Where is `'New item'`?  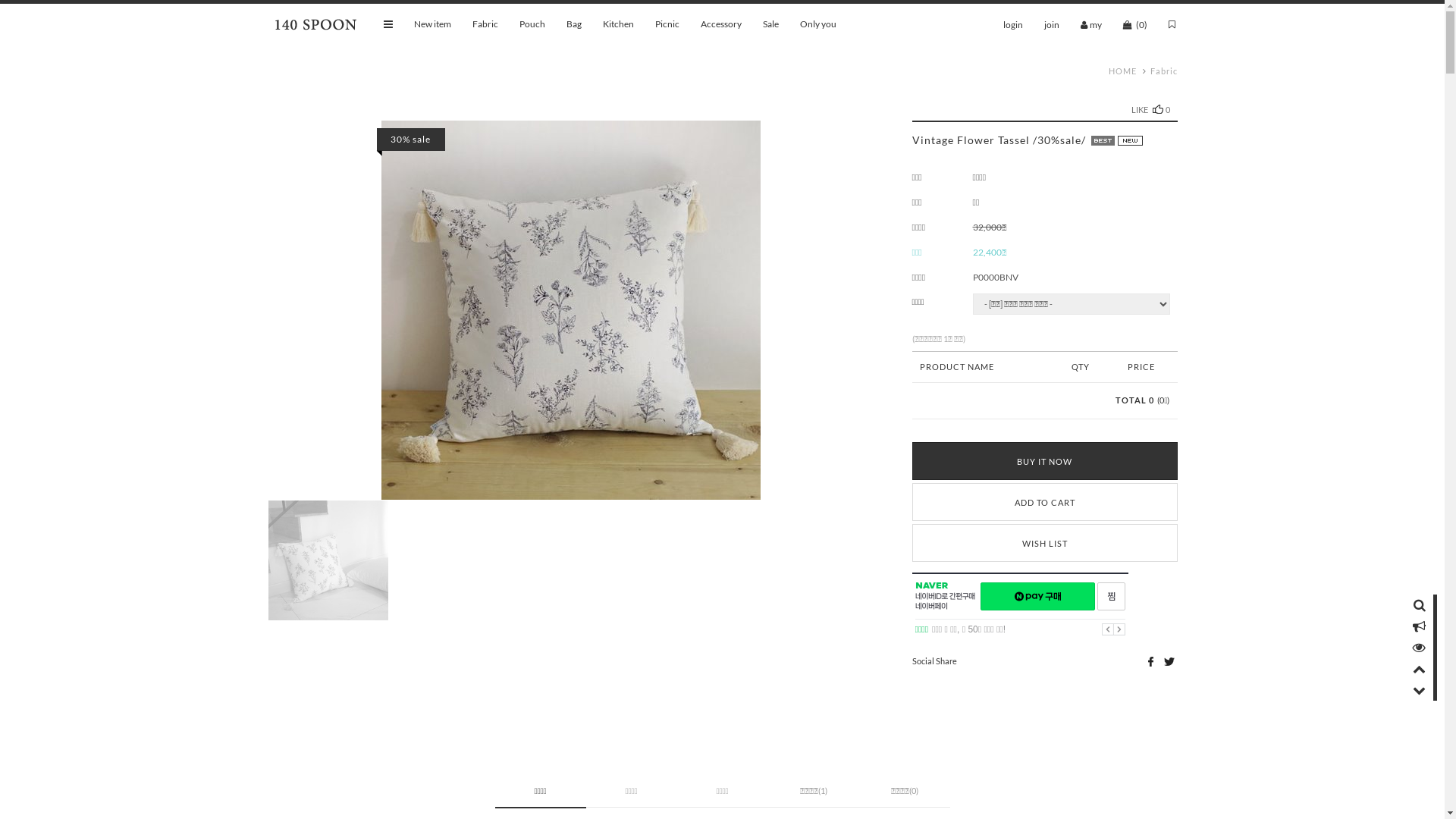
'New item' is located at coordinates (414, 24).